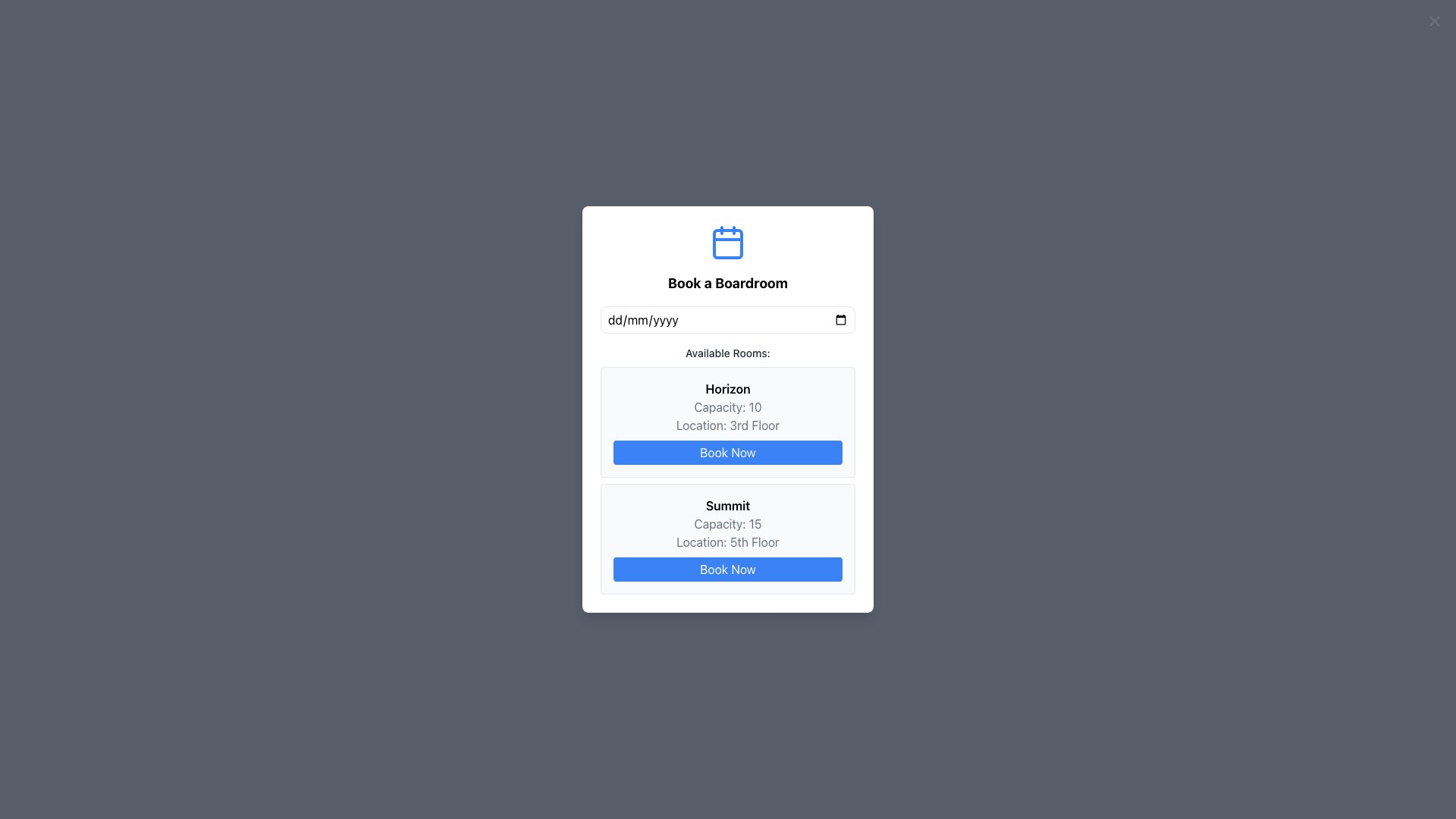  I want to click on the prominent text label indicating the purpose of the booking section, which is located below the calendar icon and above the date input field, so click(728, 284).